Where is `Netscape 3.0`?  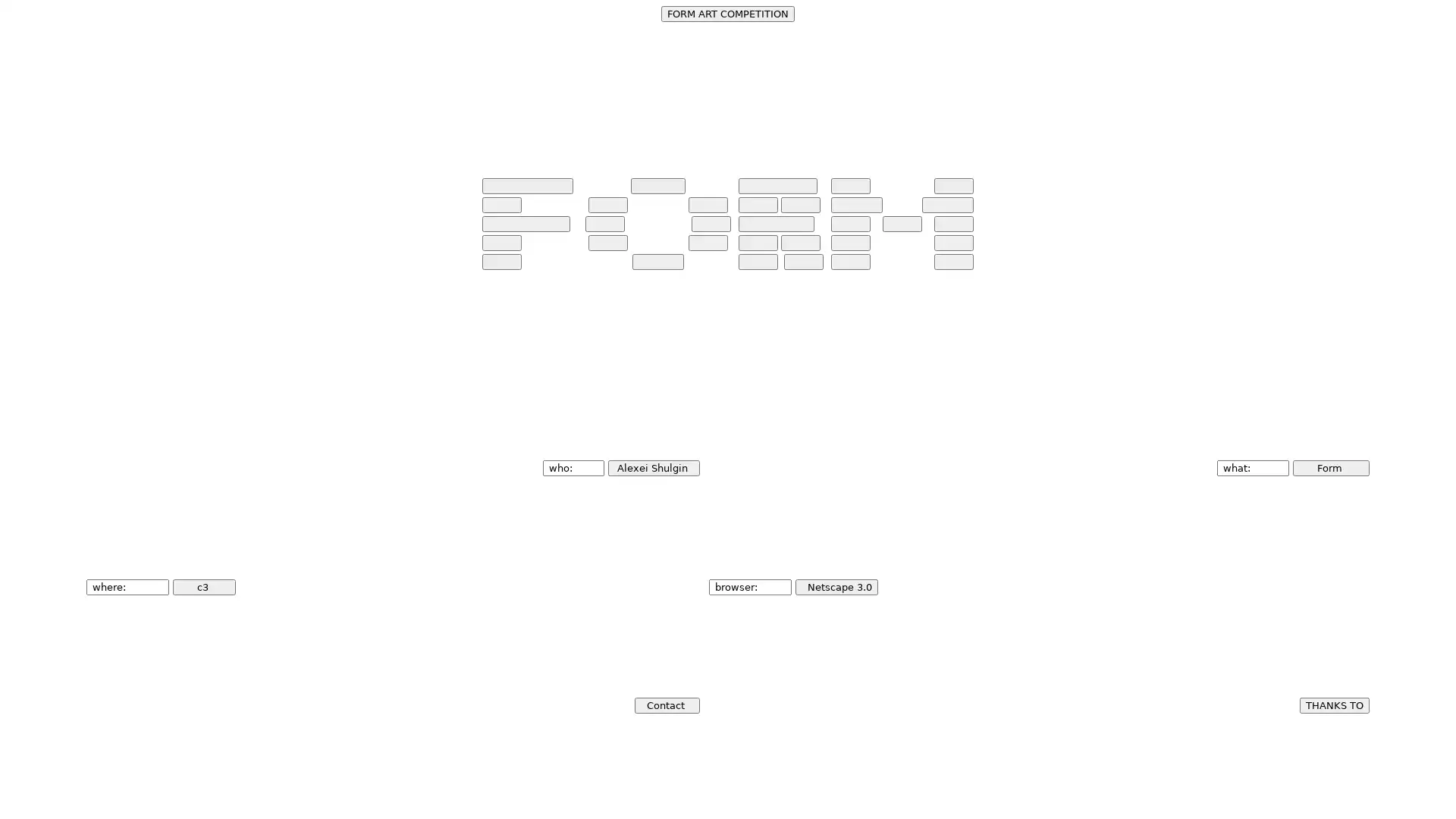
Netscape 3.0 is located at coordinates (835, 585).